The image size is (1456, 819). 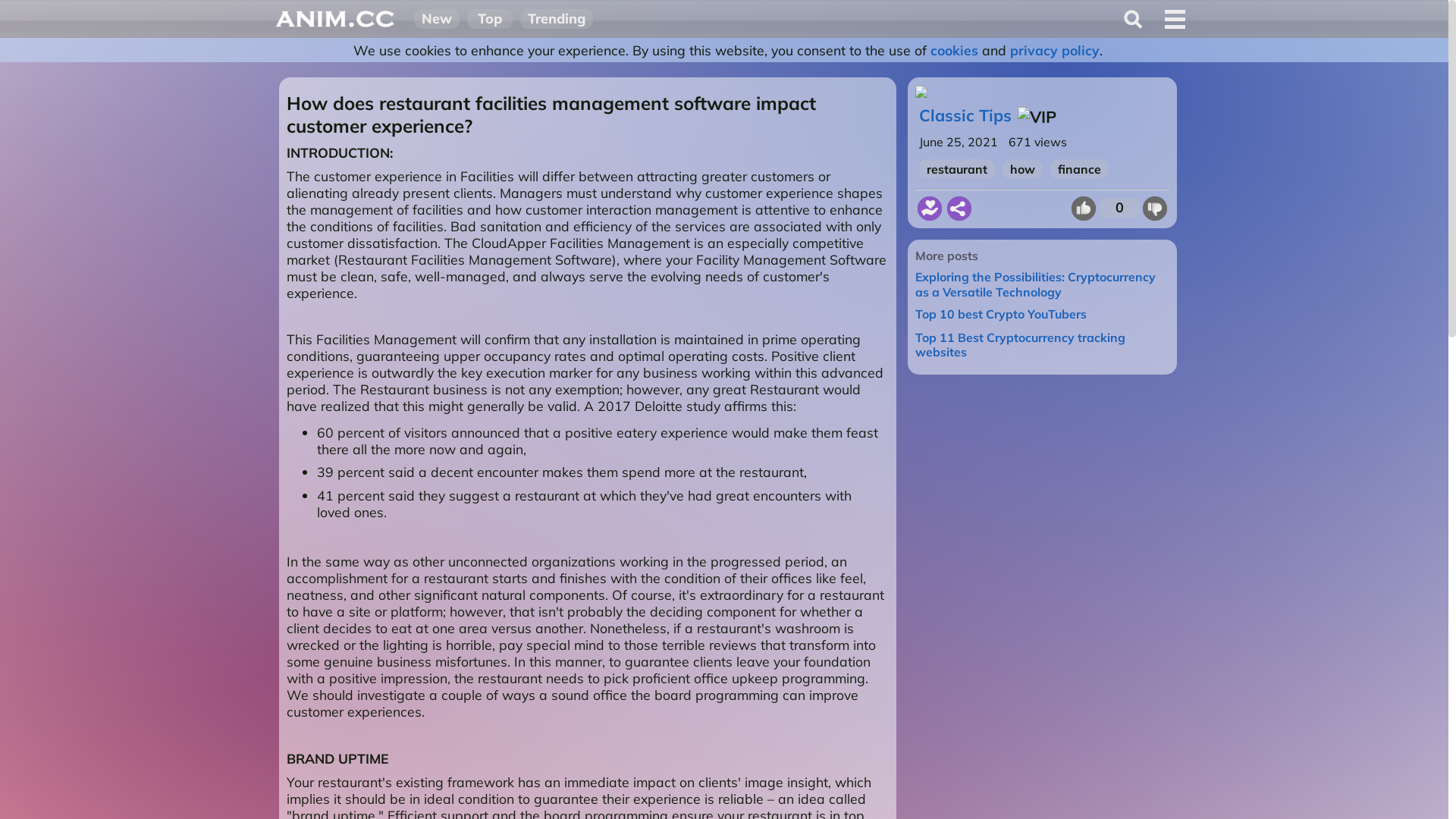 What do you see at coordinates (964, 114) in the screenshot?
I see `'Classic Tips'` at bounding box center [964, 114].